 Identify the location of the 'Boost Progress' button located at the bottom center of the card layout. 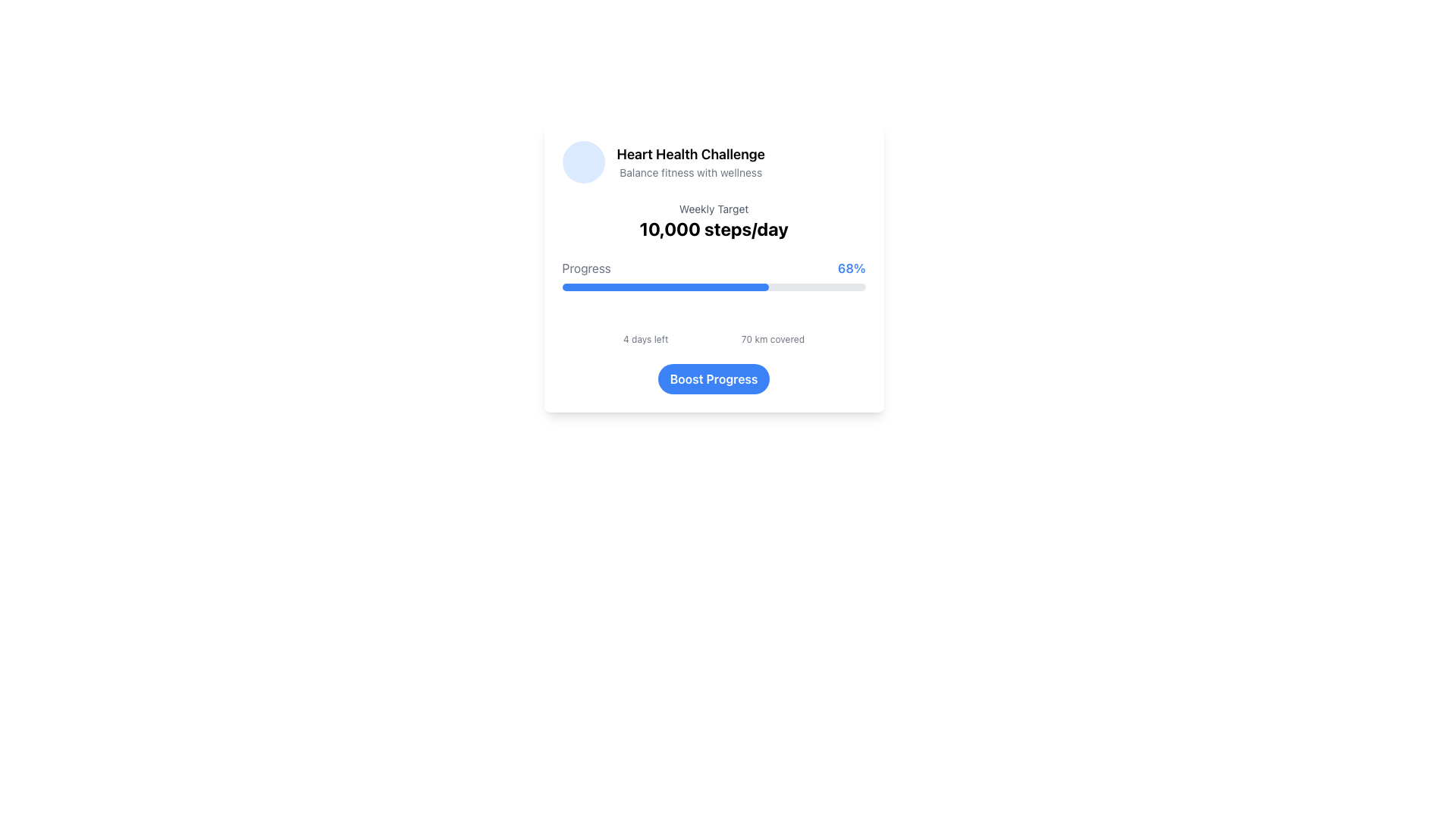
(713, 378).